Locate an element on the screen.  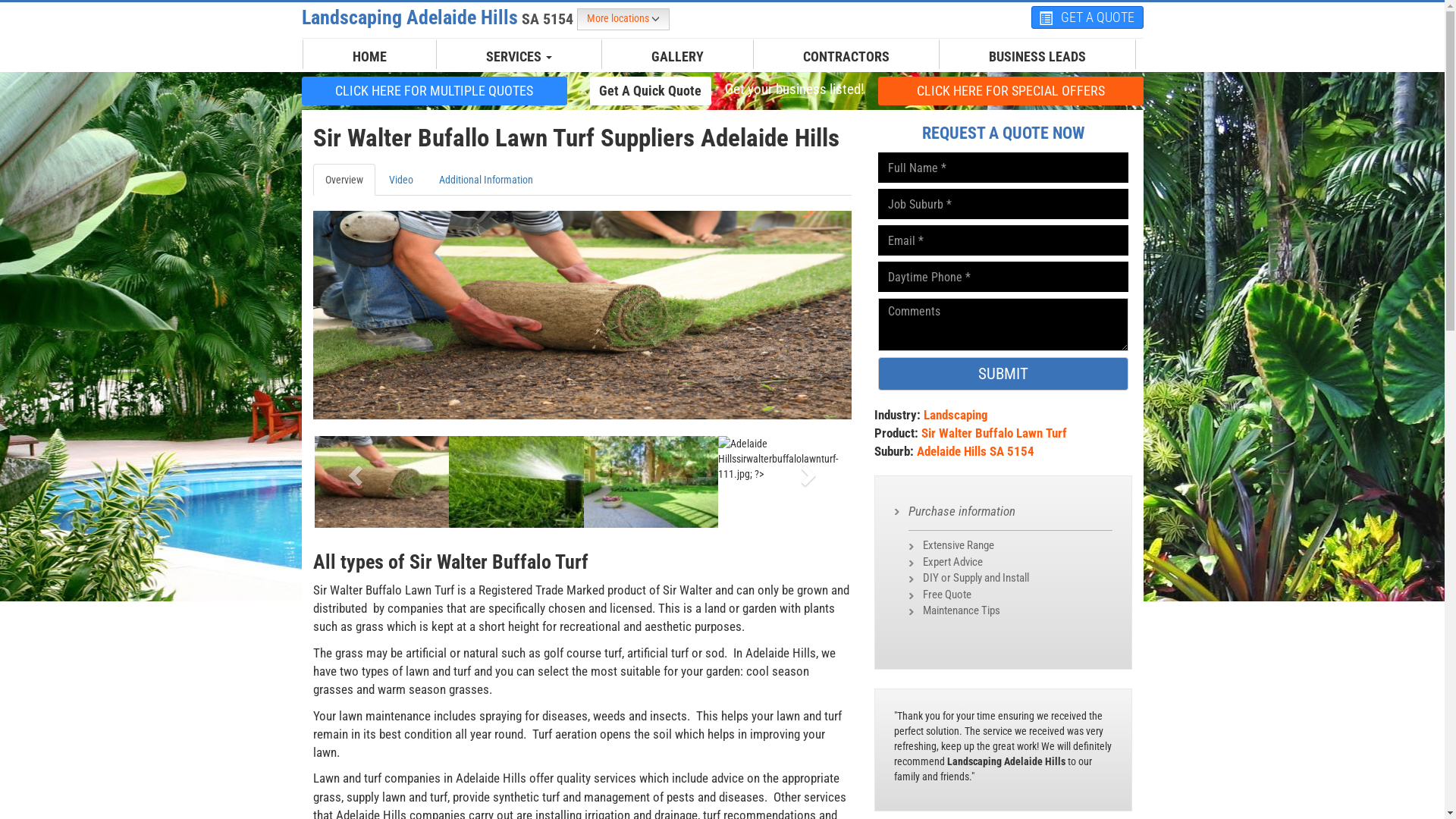
'Video' is located at coordinates (400, 178).